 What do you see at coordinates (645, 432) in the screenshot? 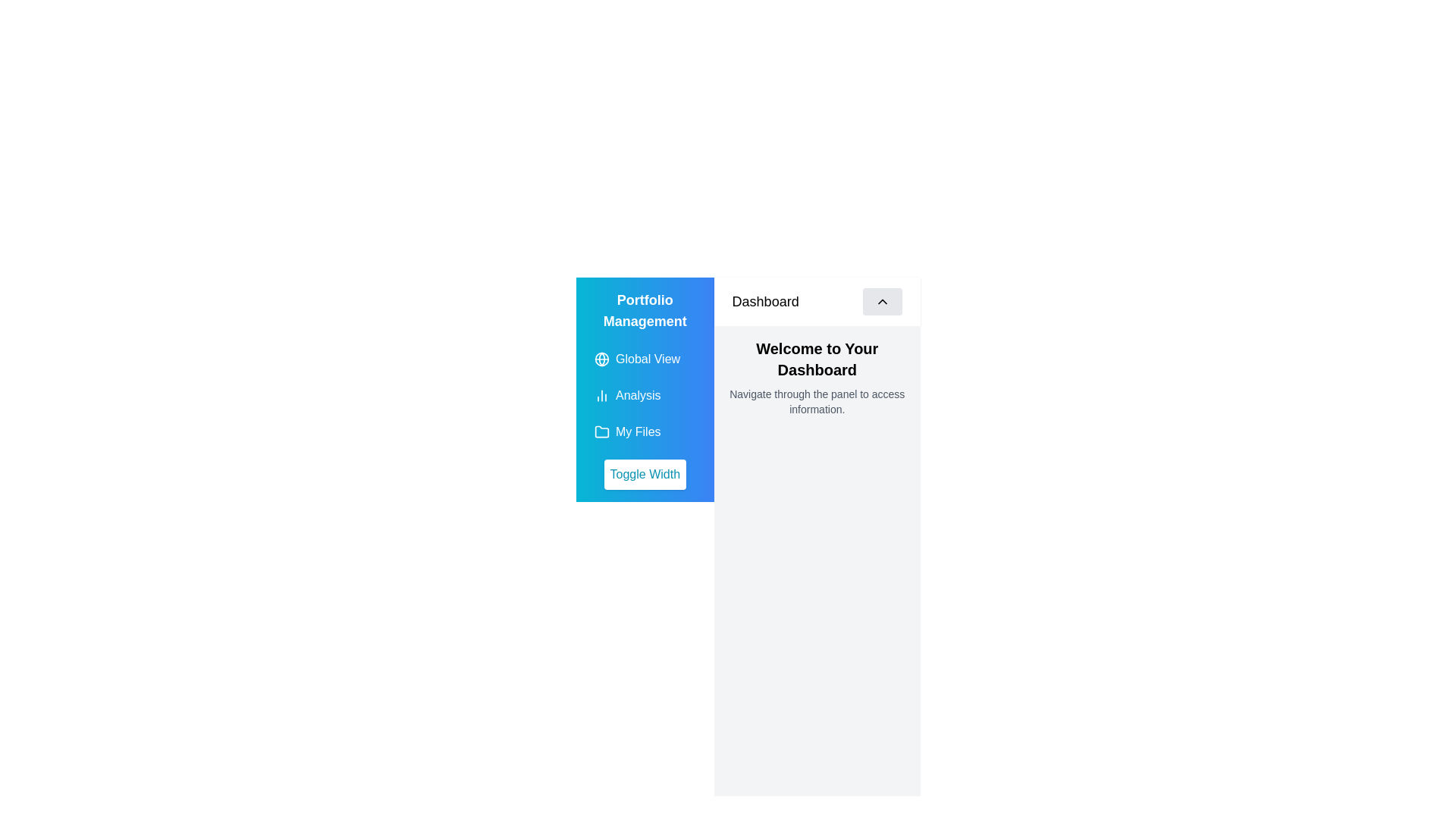
I see `the 'My Files' button in the vertical sidebar, which is located between the 'Analysis' and 'Toggle Width' buttons` at bounding box center [645, 432].